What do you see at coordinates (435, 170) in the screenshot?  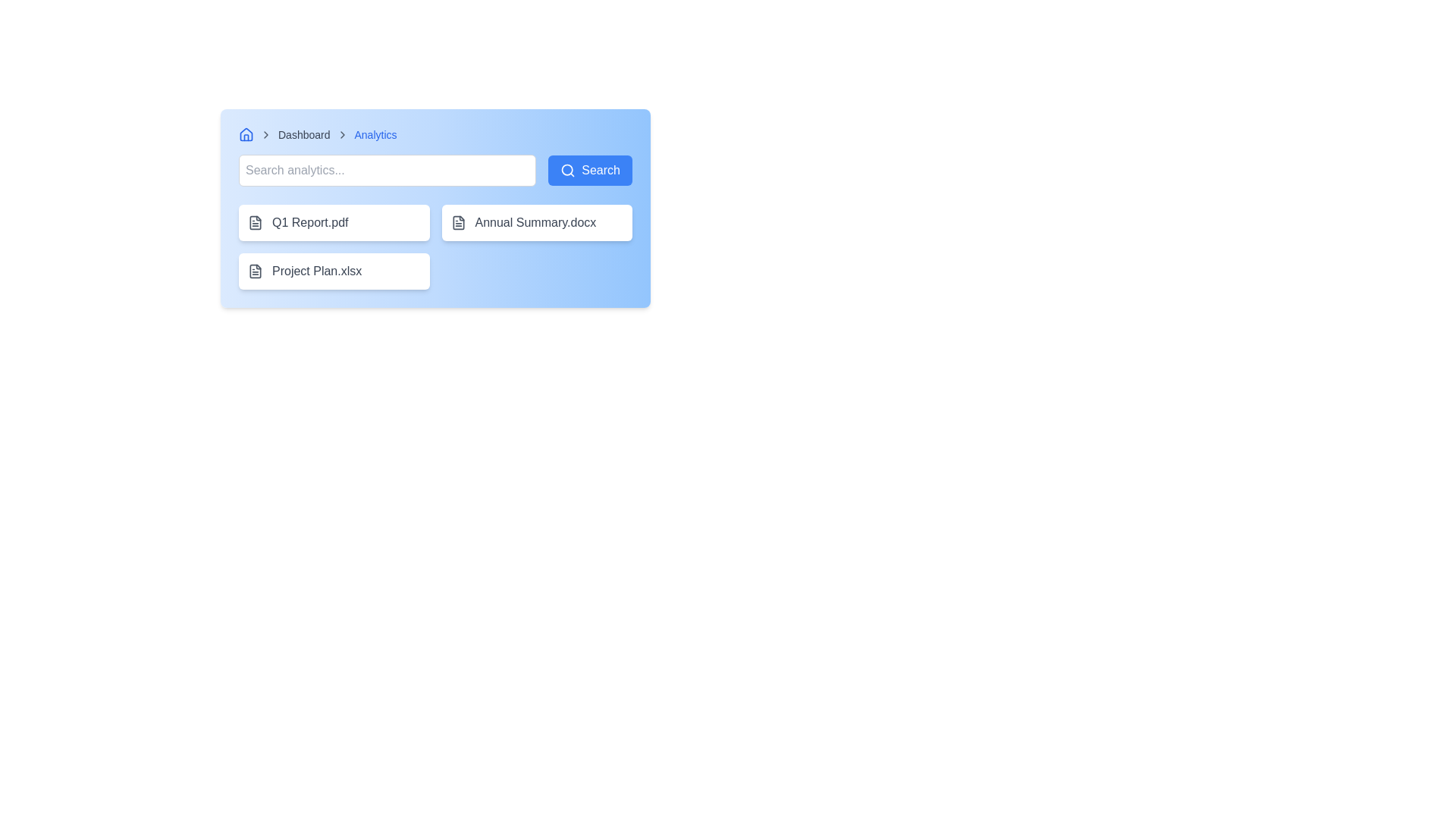 I see `the 'Search' button in the composite search component located on a blue gradient background, positioned between breadcrumbs and file representations` at bounding box center [435, 170].